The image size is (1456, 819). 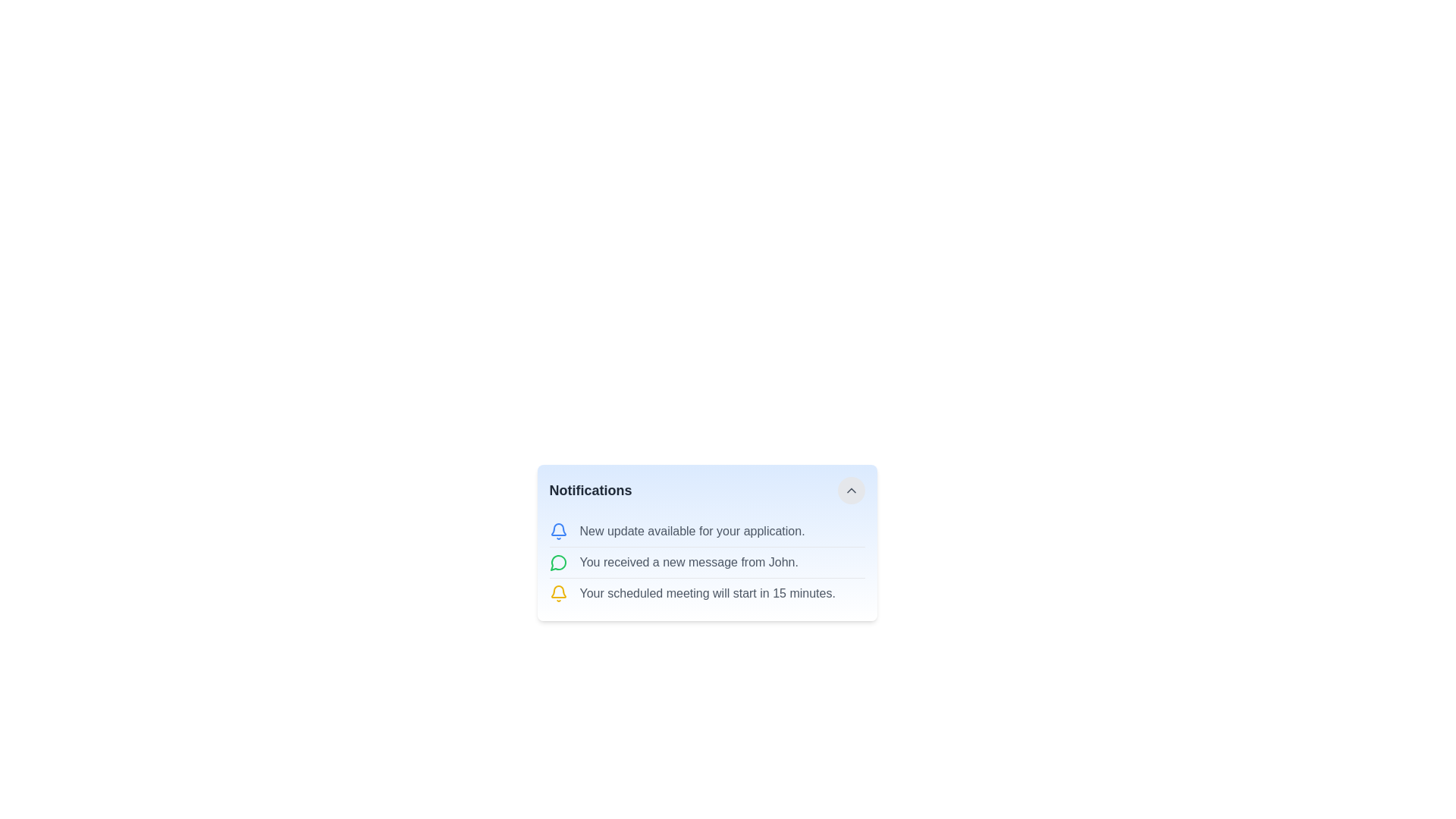 I want to click on the graphic icon that indicates notifications related to messages or conversations, located in the second notification item at the top right of the notifications module, so click(x=557, y=563).